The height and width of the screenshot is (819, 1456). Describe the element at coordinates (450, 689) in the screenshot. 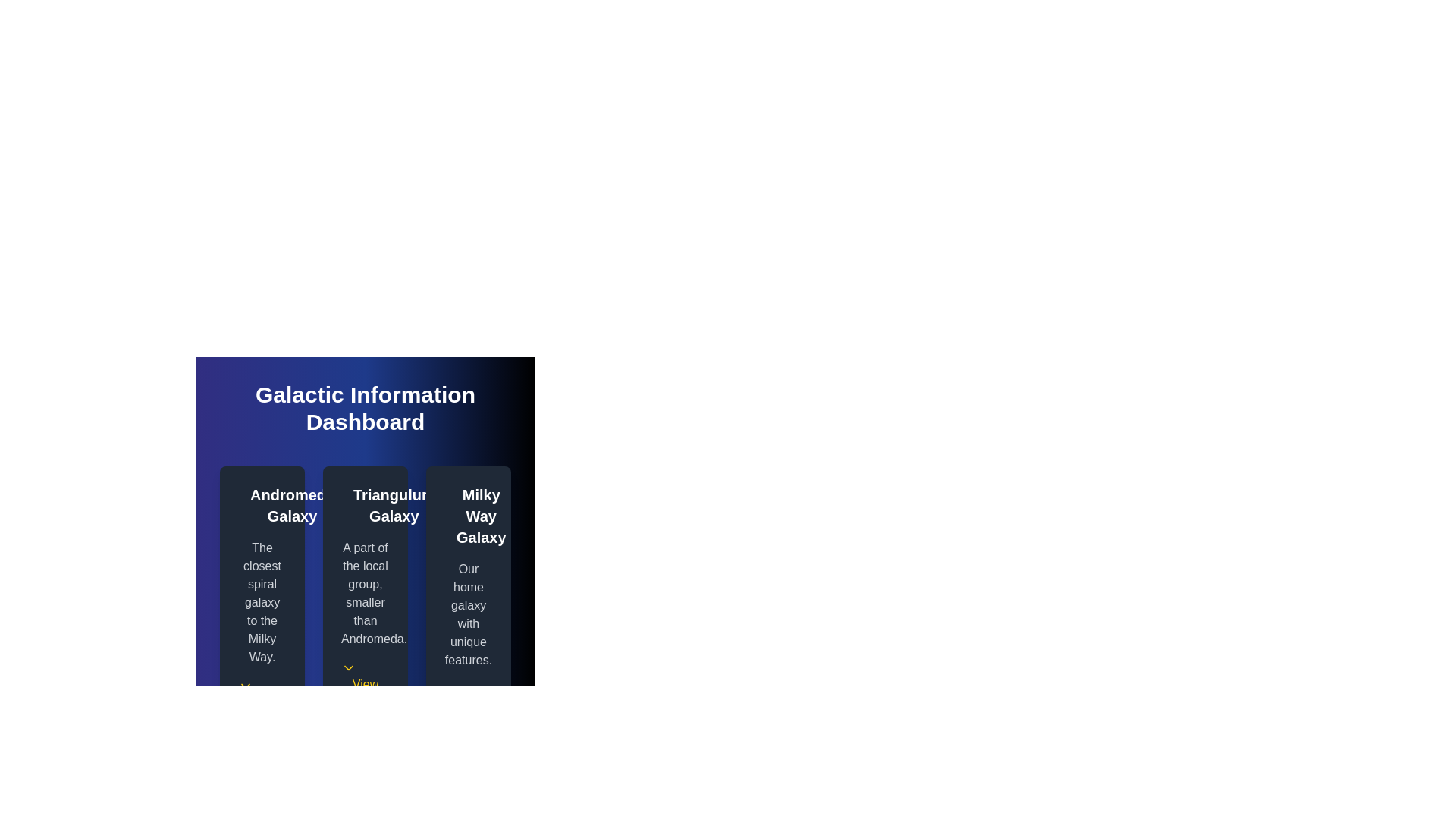

I see `the chevron icon located at the right end of the 'View Details' section under the 'Milky Way Galaxy' card` at that location.